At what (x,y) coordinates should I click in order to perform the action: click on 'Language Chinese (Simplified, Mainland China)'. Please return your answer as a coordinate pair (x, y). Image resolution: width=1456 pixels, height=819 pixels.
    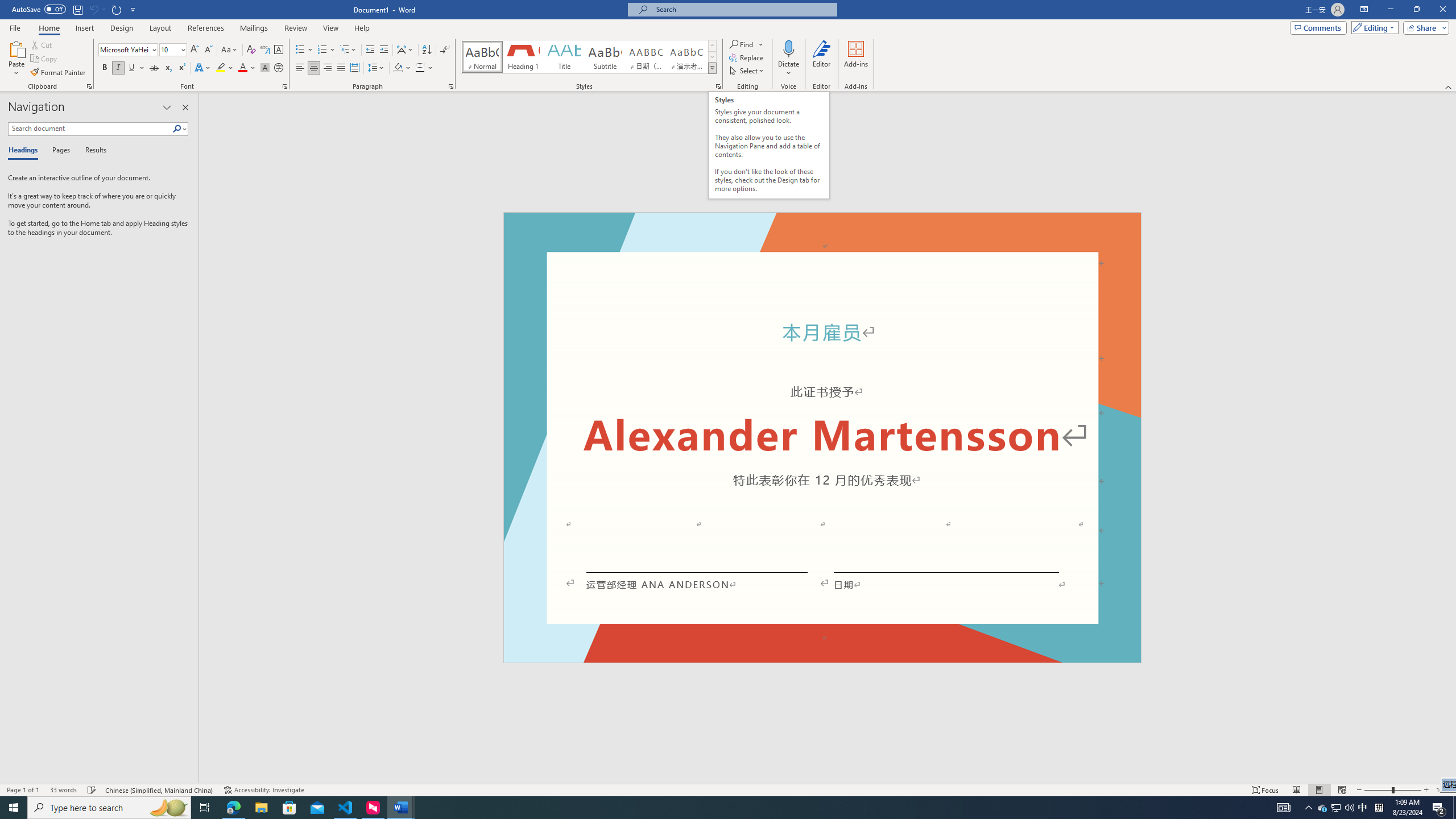
    Looking at the image, I should click on (160, 790).